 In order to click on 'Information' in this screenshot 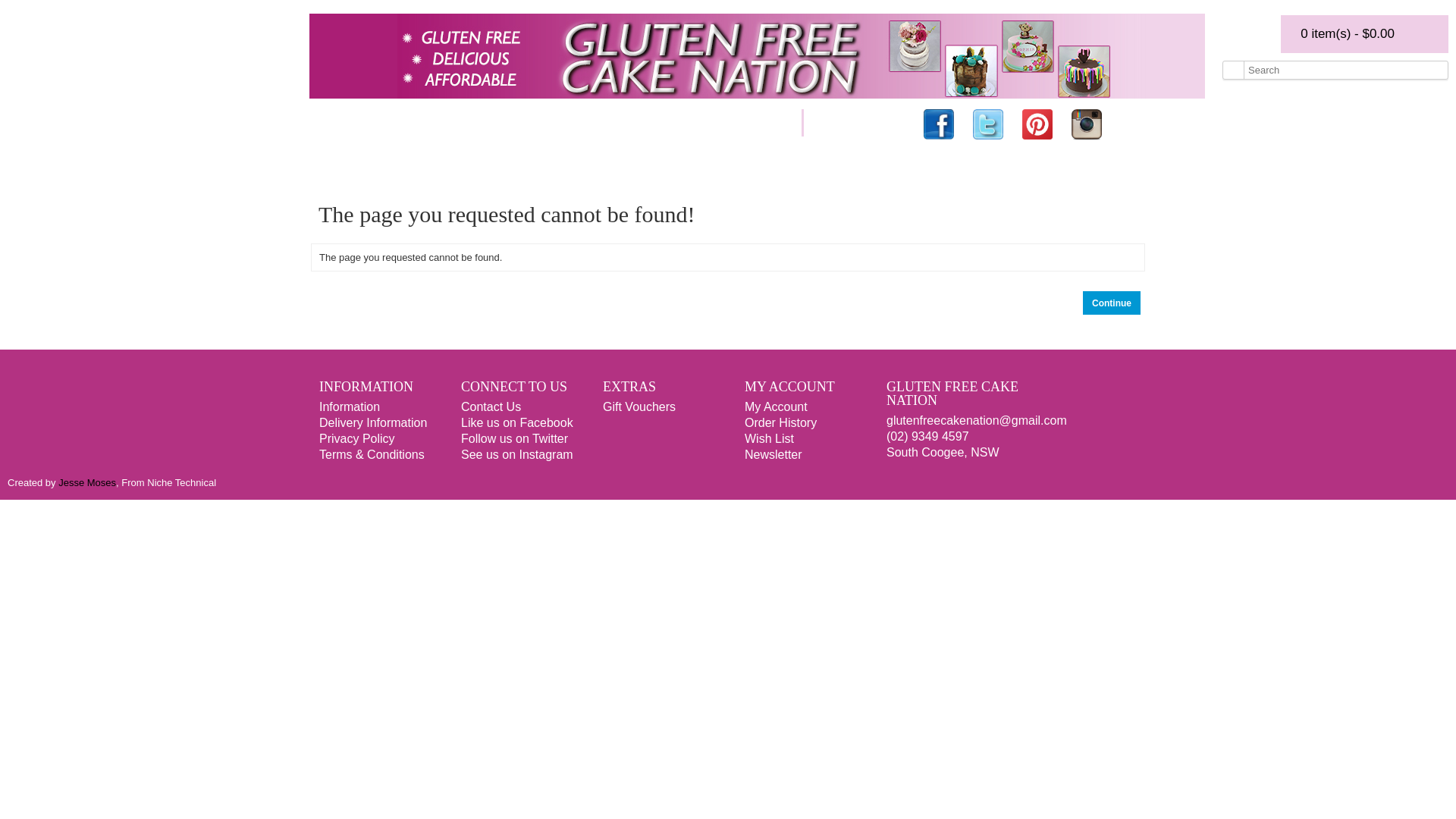, I will do `click(348, 406)`.